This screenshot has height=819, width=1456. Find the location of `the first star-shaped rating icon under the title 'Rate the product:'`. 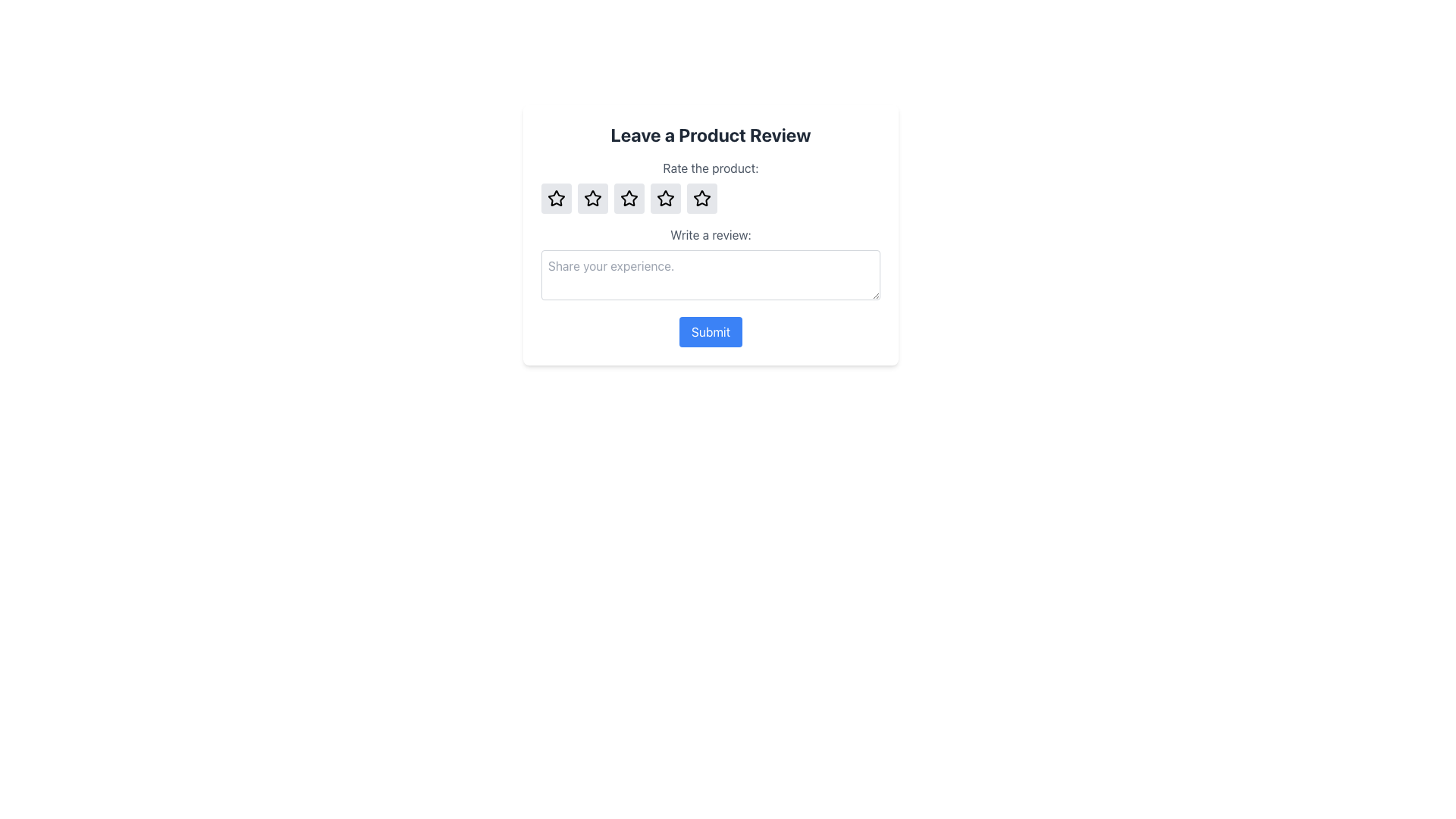

the first star-shaped rating icon under the title 'Rate the product:' is located at coordinates (556, 197).